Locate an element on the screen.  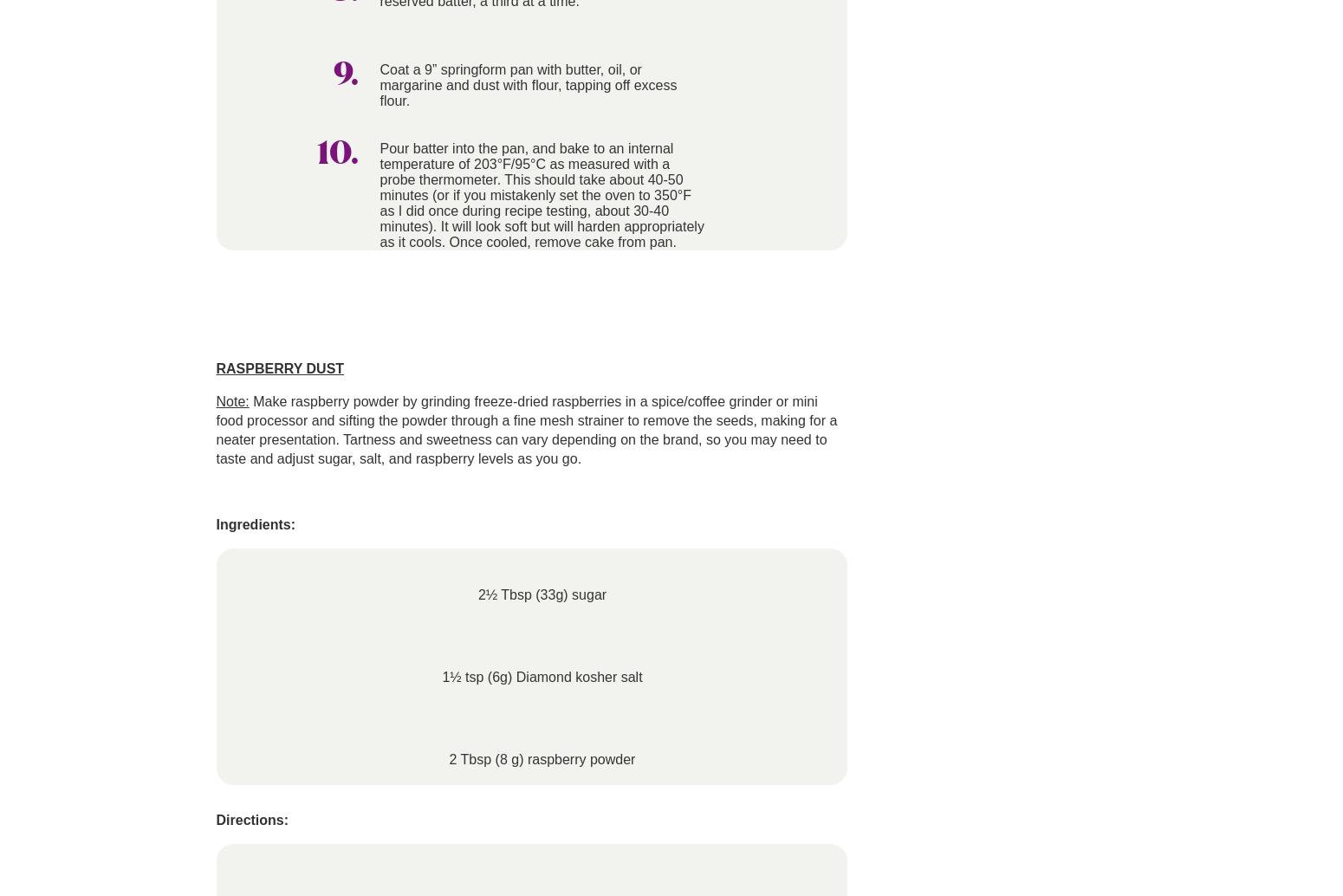
'1½ tsp (6g) Diamond kosher salt' is located at coordinates (541, 676).